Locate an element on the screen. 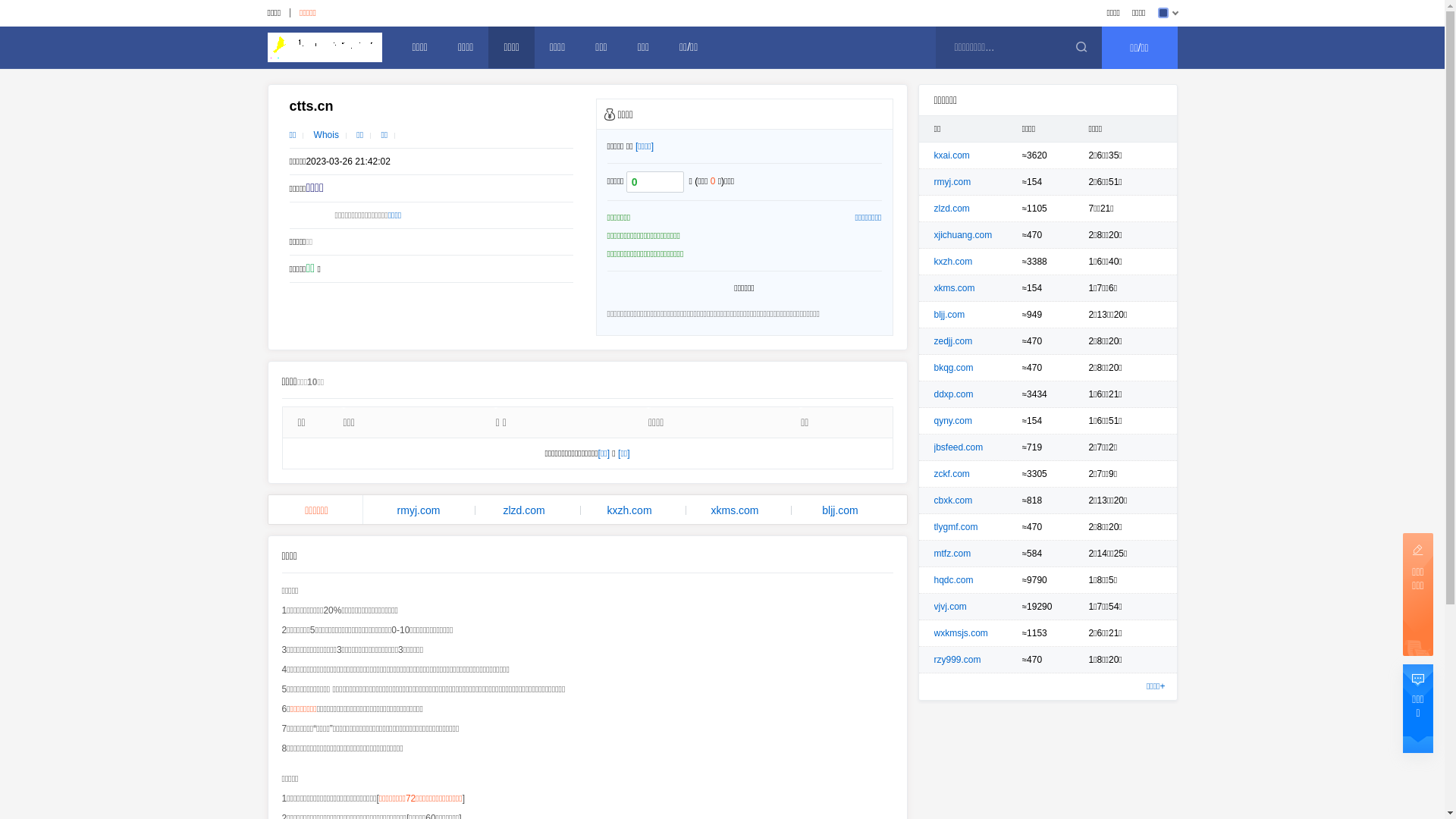 The height and width of the screenshot is (819, 1456). 'jbsfeed.com' is located at coordinates (958, 447).